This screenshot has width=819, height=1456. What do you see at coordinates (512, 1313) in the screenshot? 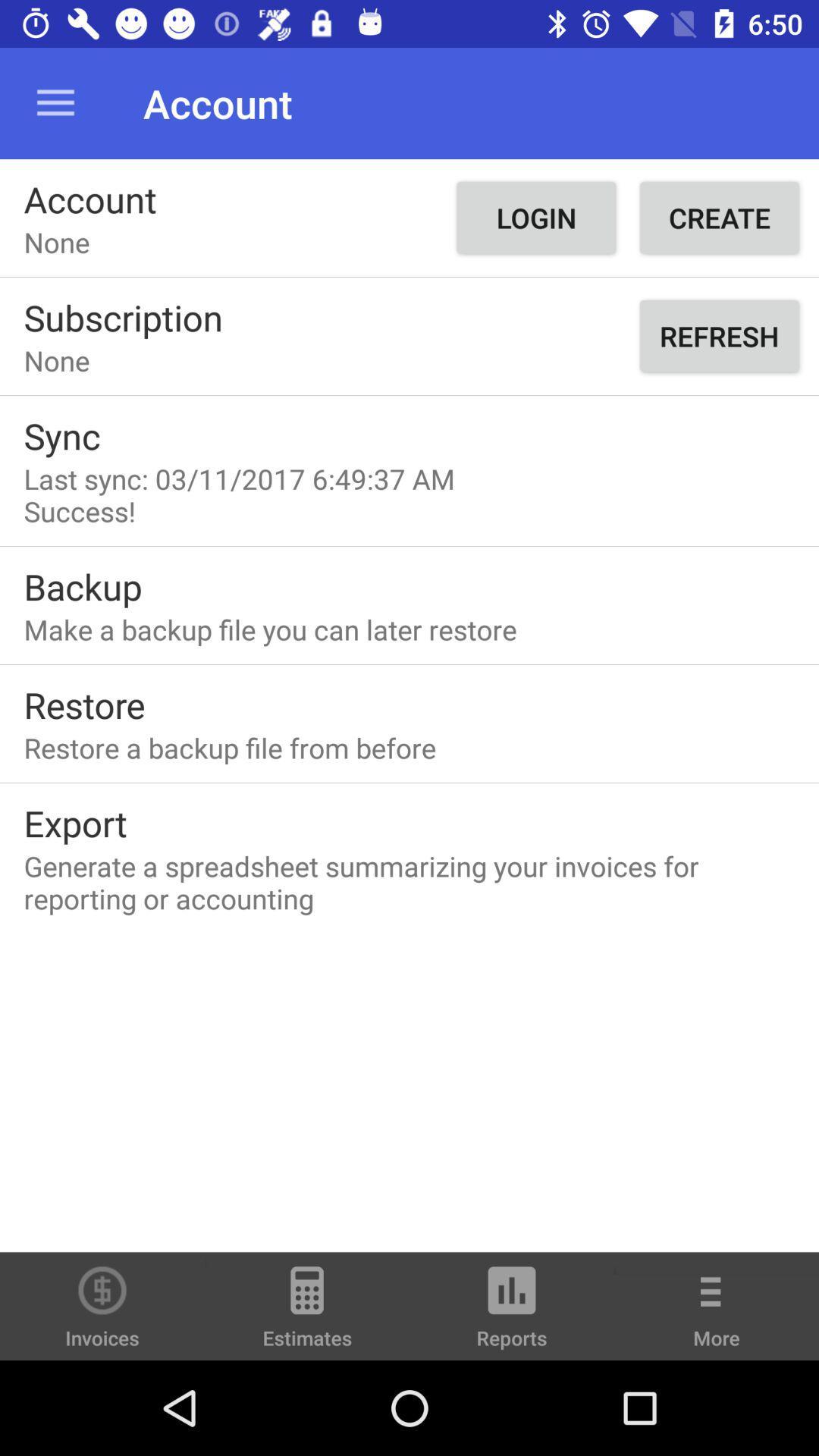
I see `the last but one button in the bottom menu bar` at bounding box center [512, 1313].